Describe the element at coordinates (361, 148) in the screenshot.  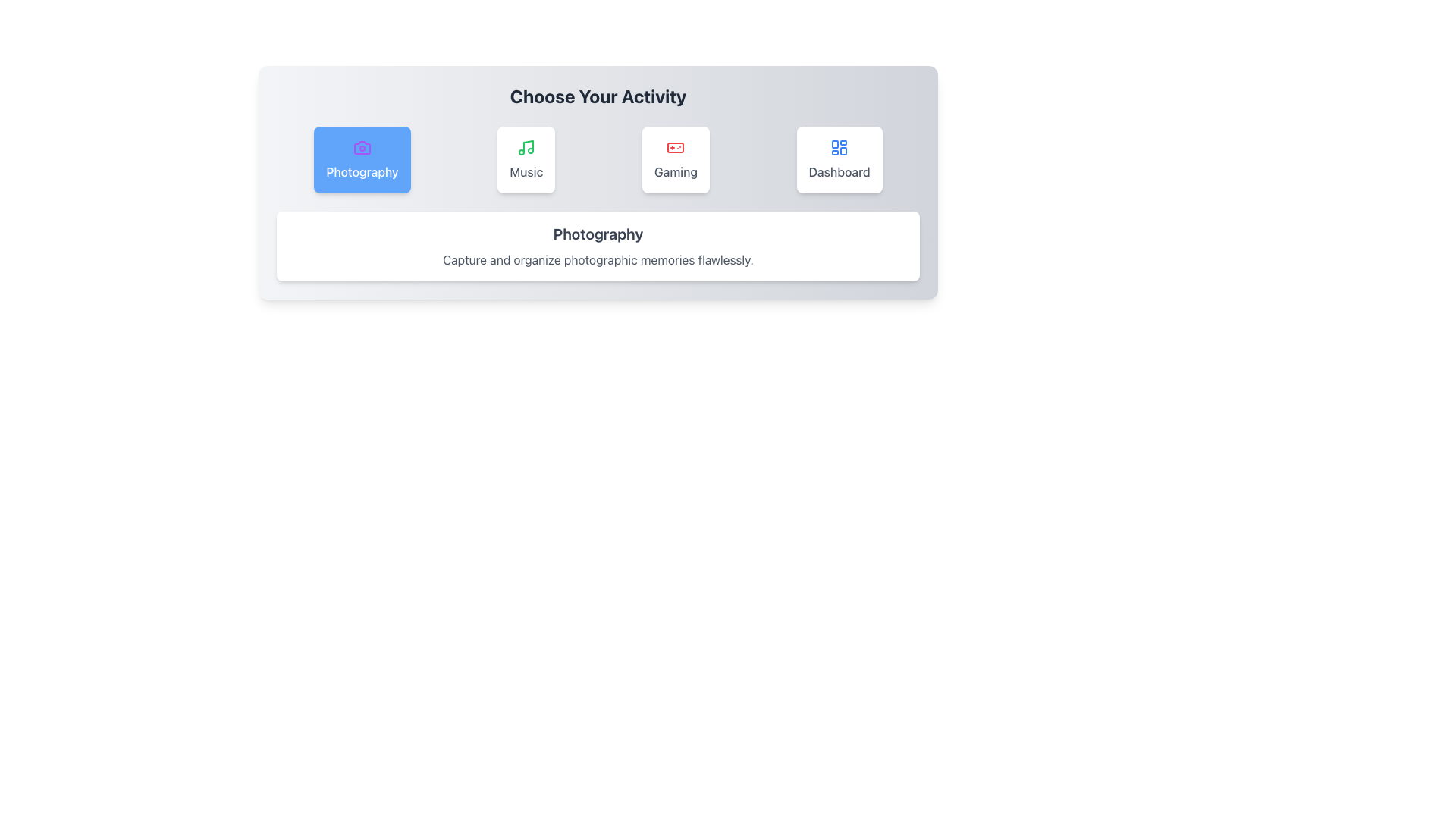
I see `the decorative vector graphic component that visually indicates the photography button in the activity selection interface` at that location.